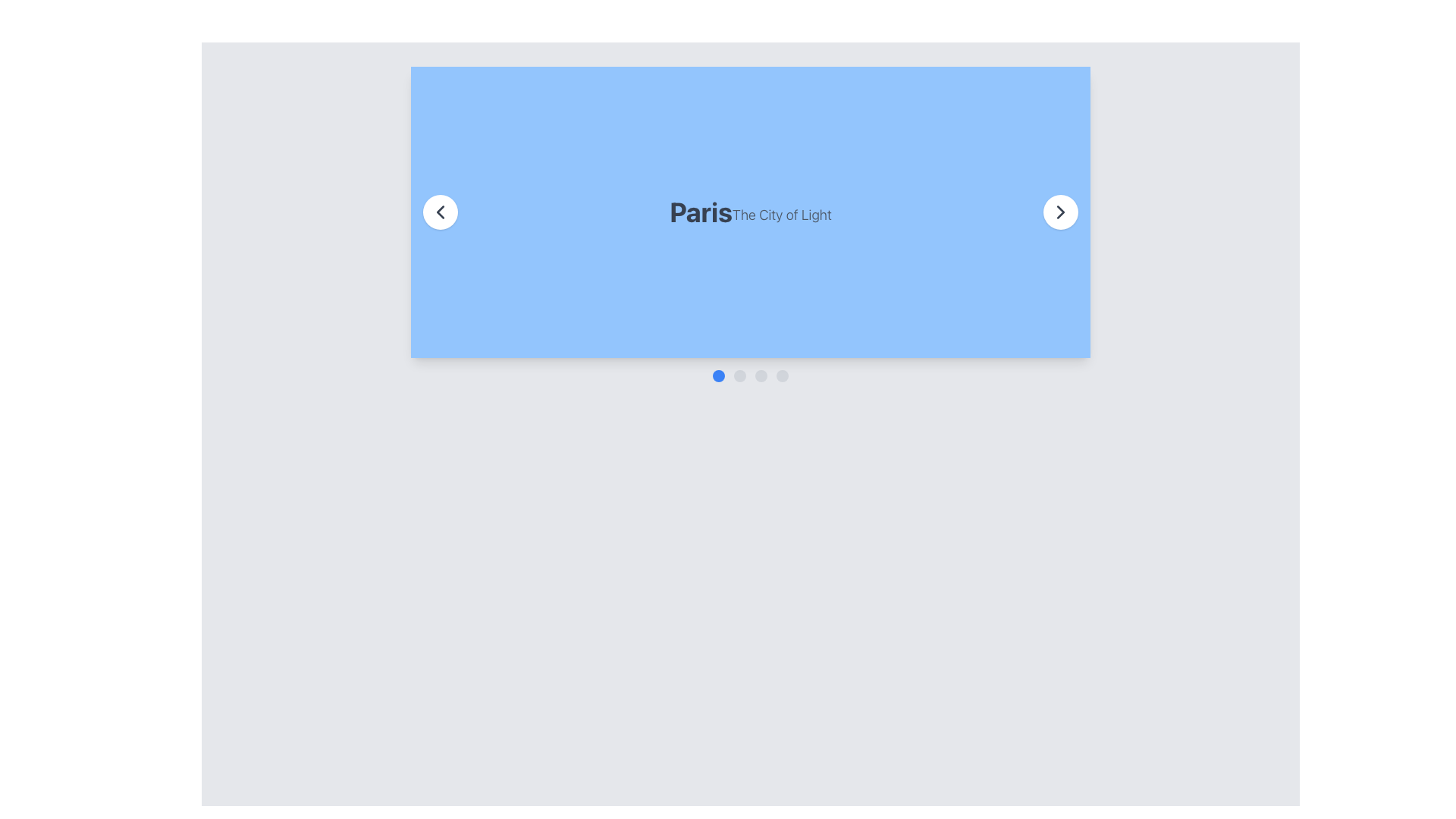 The image size is (1456, 819). I want to click on the second navigation dot of the carousel, so click(739, 375).